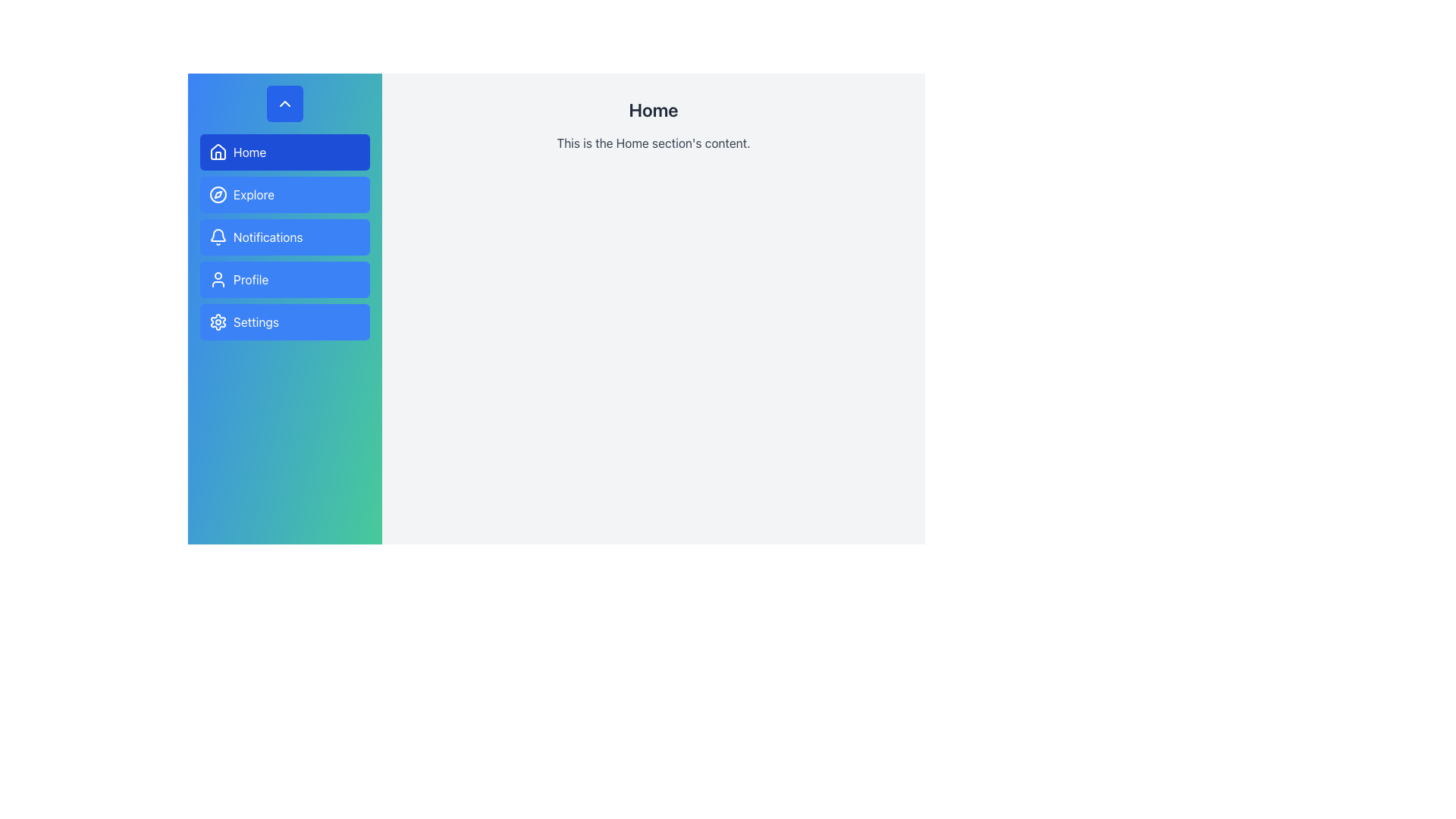 The height and width of the screenshot is (819, 1456). What do you see at coordinates (284, 103) in the screenshot?
I see `the blue rounded rectangular button with a white upward arrow icon located at the top left of the sidebar section` at bounding box center [284, 103].